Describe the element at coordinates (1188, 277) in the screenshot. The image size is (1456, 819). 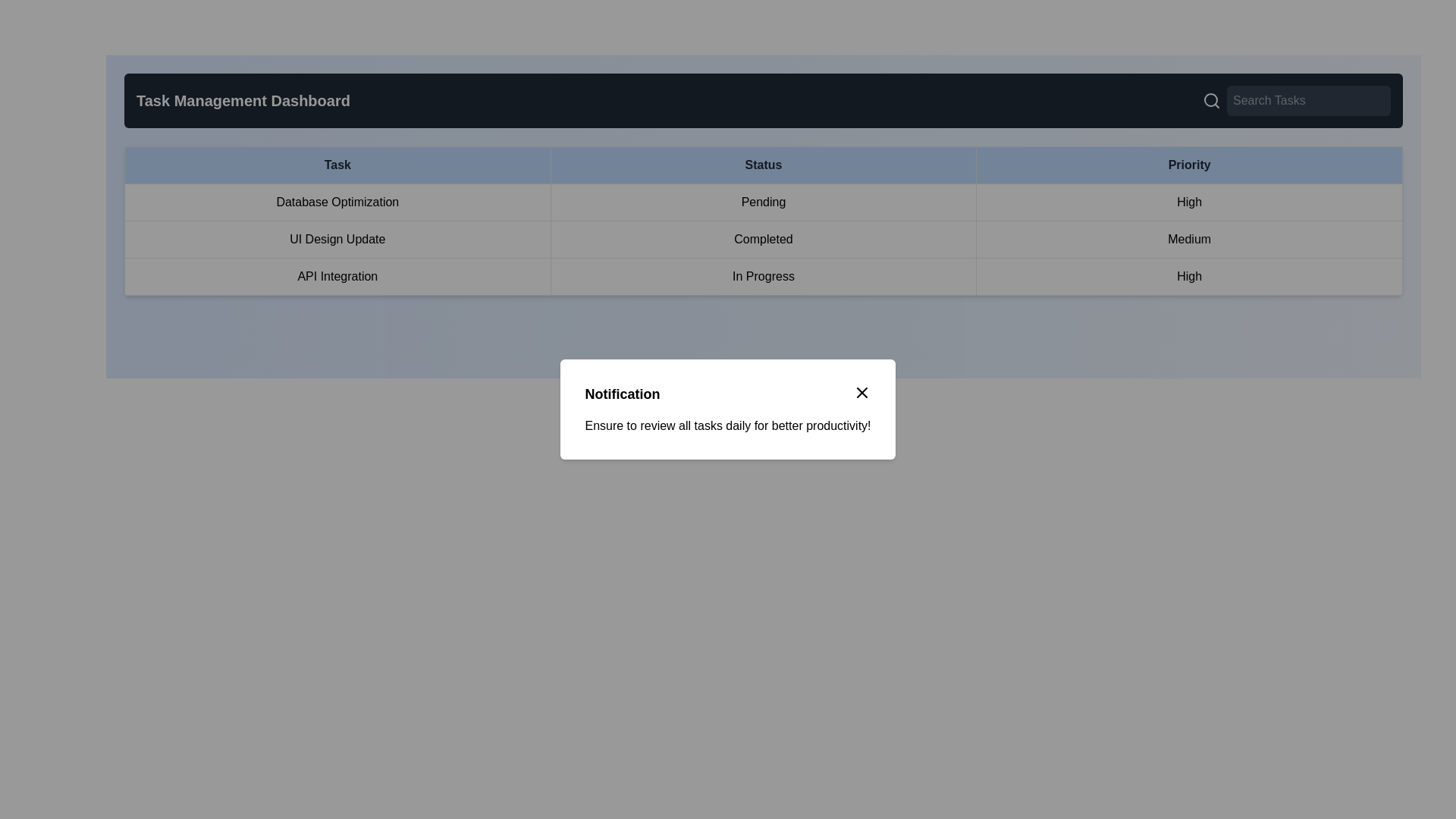
I see `the Text label in the 'Priority' column of the task labeled 'API Integration', which indicates the task's importance` at that location.